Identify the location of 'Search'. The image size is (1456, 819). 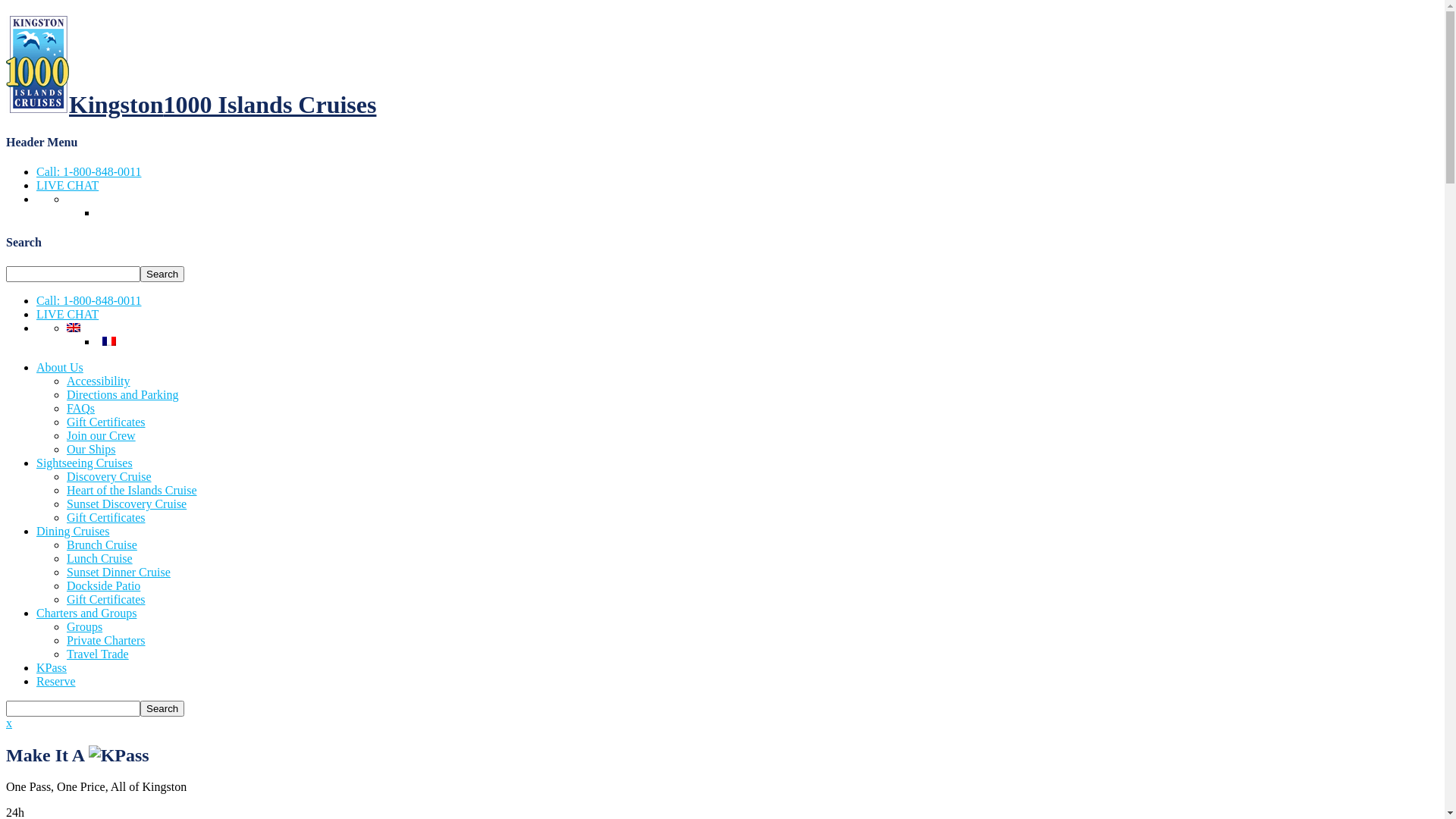
(162, 708).